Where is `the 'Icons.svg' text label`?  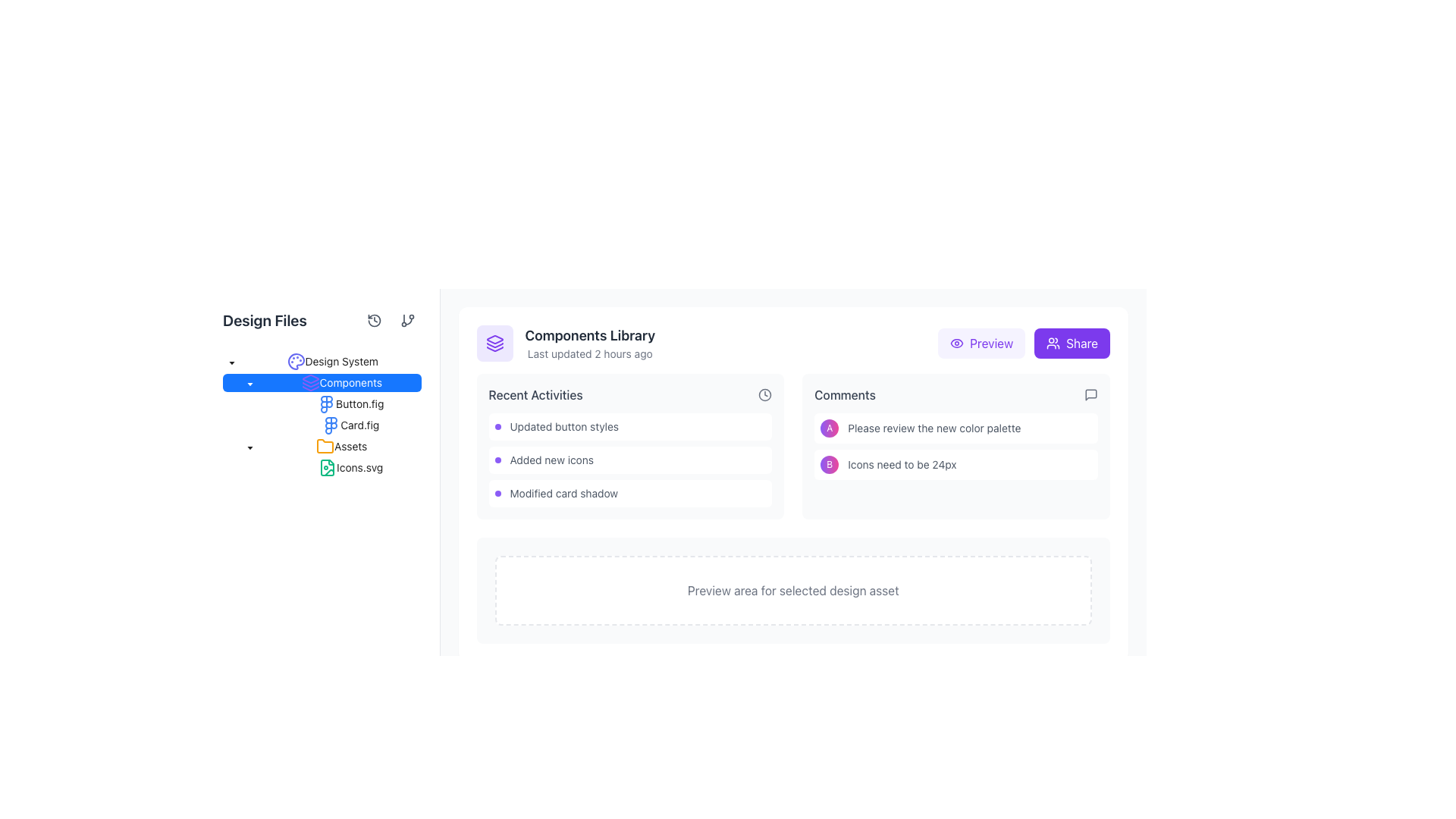 the 'Icons.svg' text label is located at coordinates (359, 466).